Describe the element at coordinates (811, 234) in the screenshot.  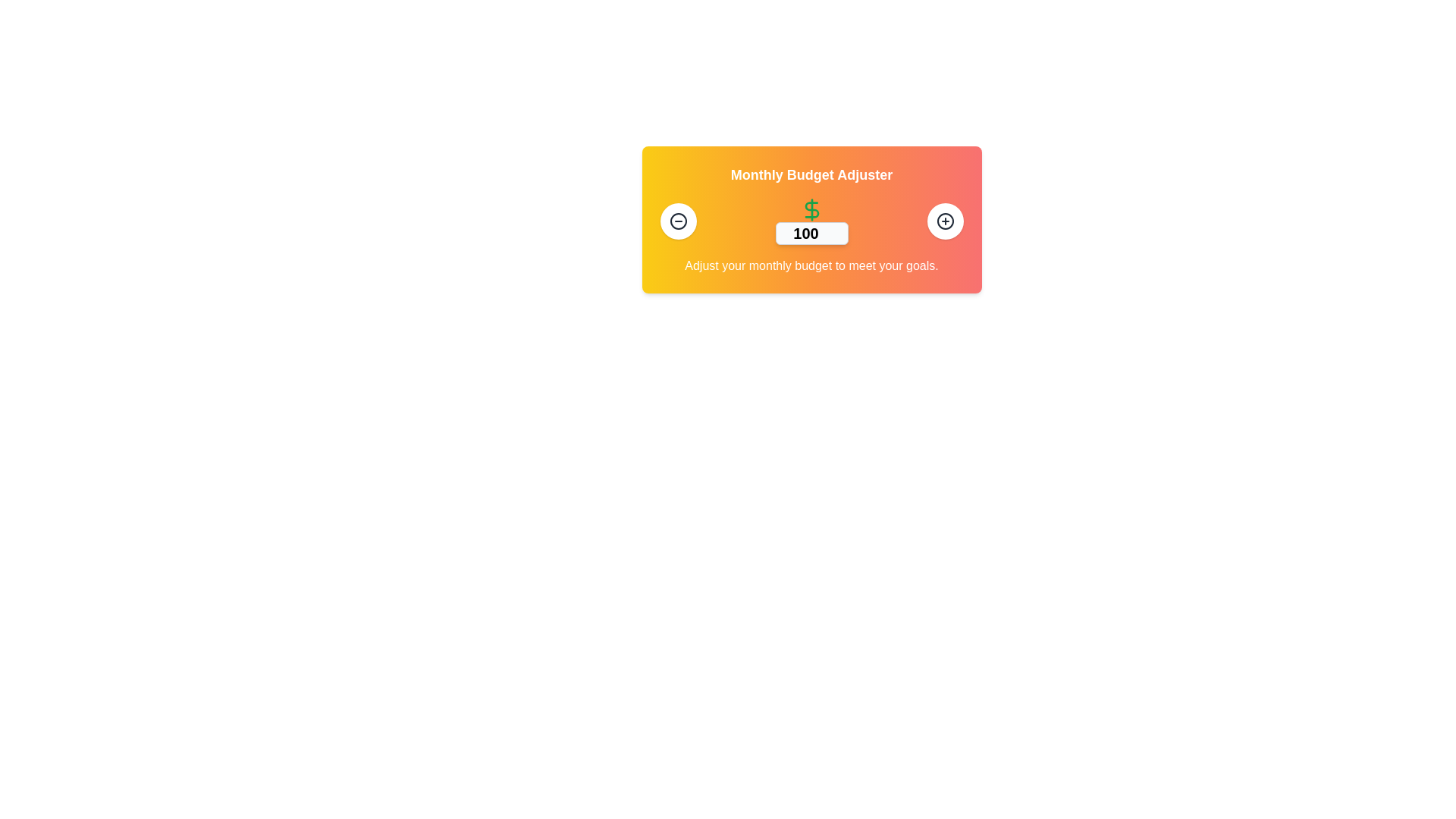
I see `the text input field for entering a monthly budget amount, which is centered below a green dollar symbol and flanked by minus and plus buttons` at that location.